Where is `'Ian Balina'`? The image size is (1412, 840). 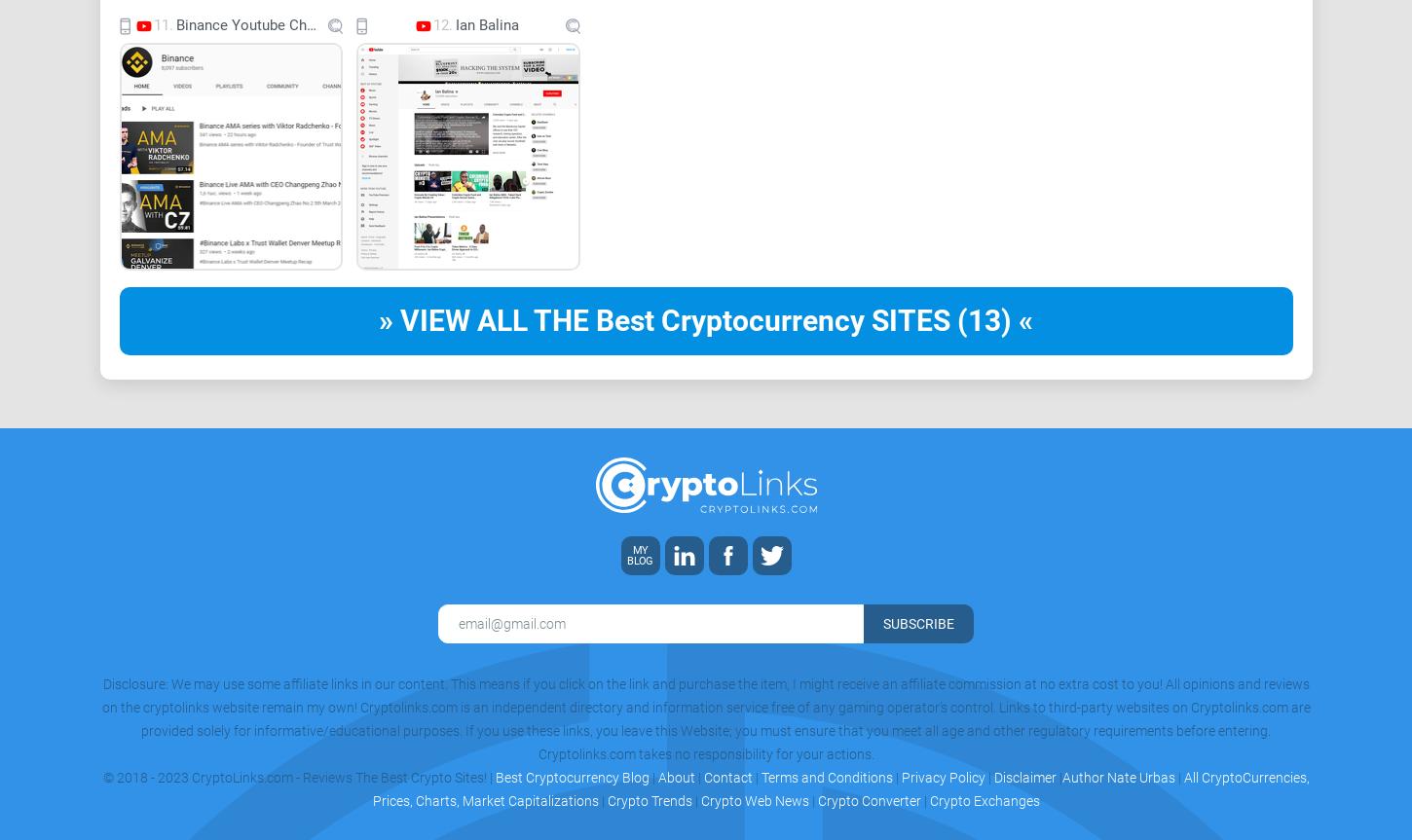
'Ian Balina' is located at coordinates (486, 24).